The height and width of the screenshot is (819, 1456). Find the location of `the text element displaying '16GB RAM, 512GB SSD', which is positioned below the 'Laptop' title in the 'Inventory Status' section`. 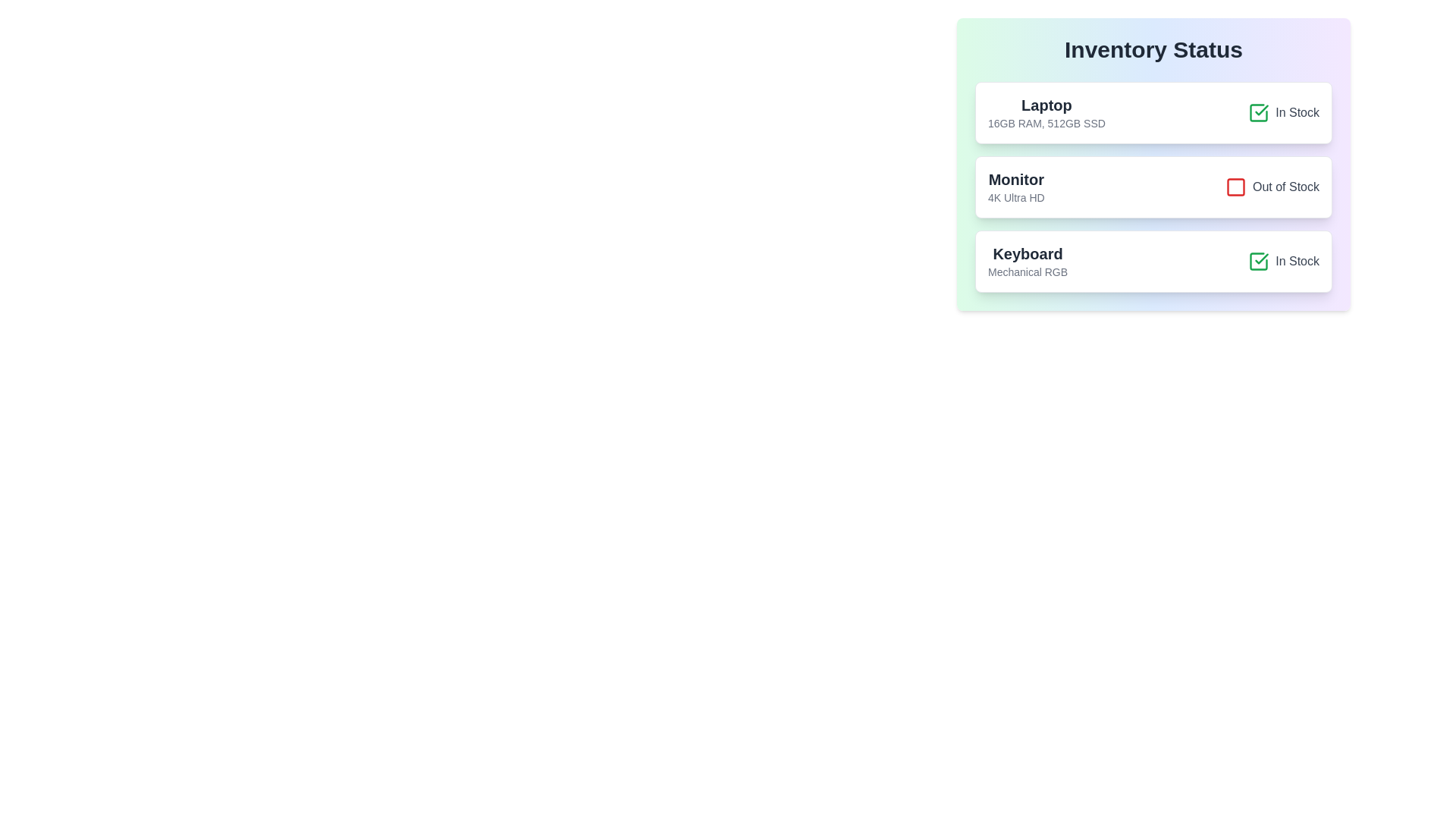

the text element displaying '16GB RAM, 512GB SSD', which is positioned below the 'Laptop' title in the 'Inventory Status' section is located at coordinates (1046, 122).